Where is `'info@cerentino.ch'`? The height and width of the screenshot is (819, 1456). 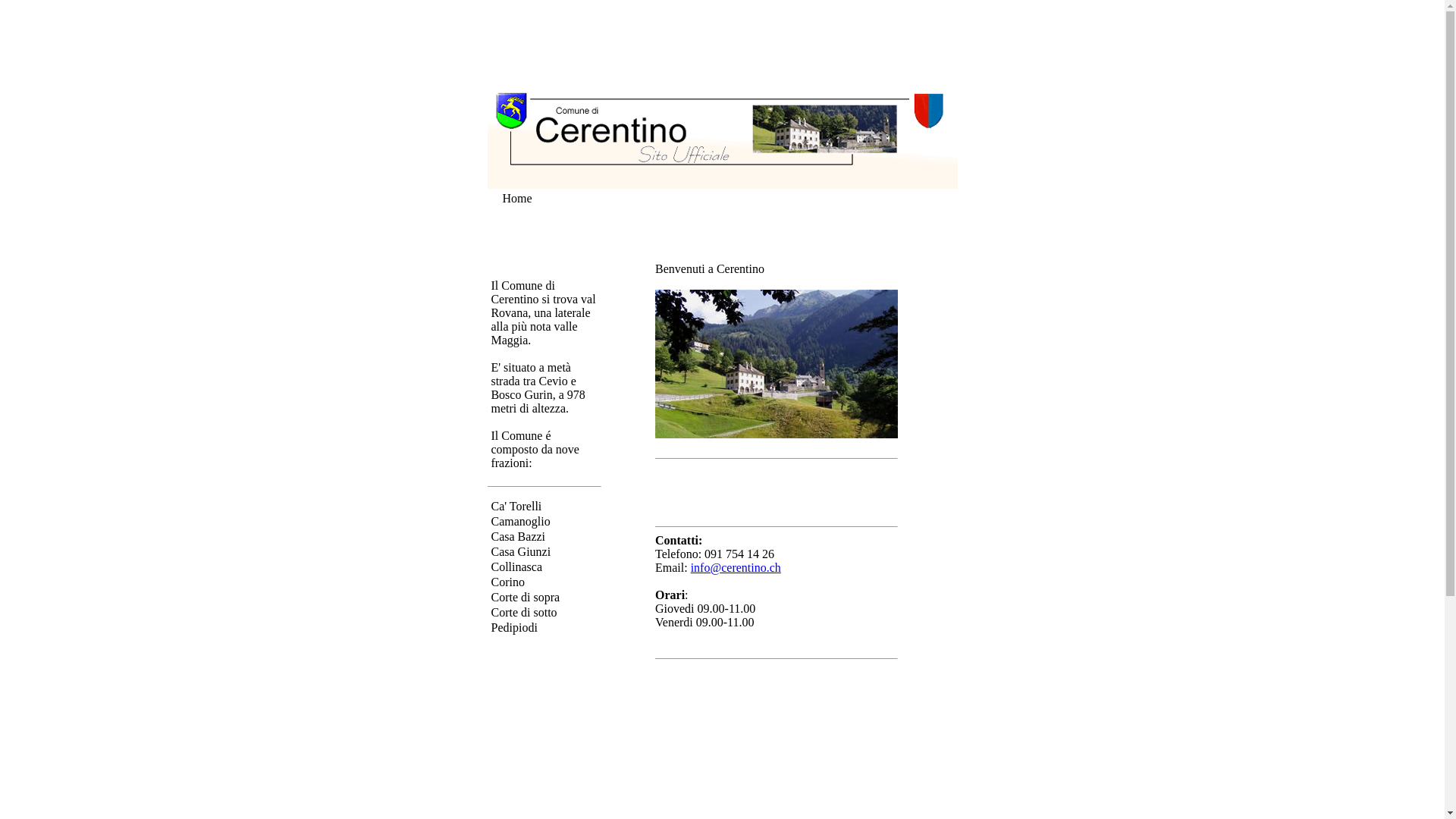 'info@cerentino.ch' is located at coordinates (736, 567).